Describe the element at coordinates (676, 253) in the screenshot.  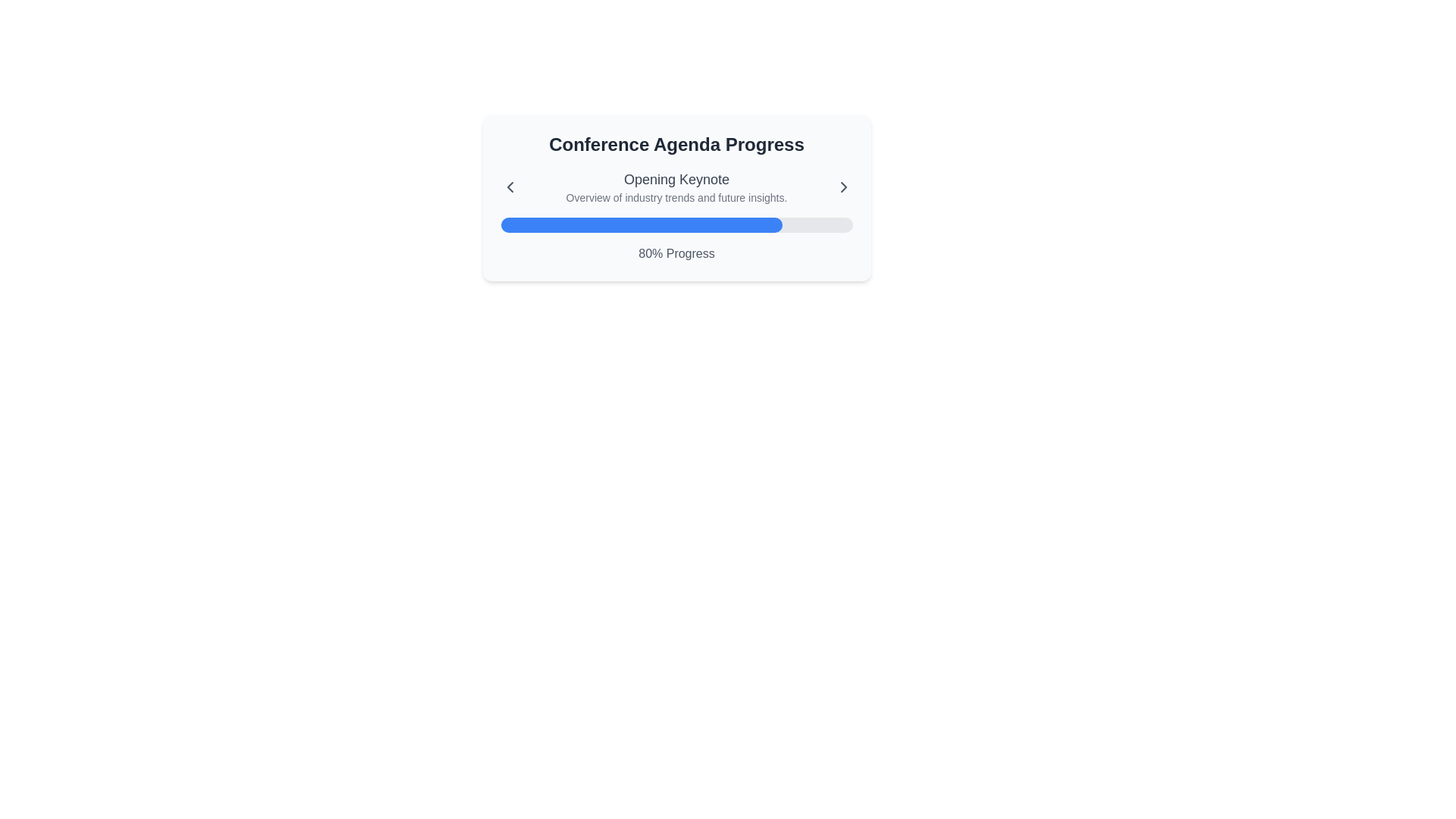
I see `the text label that displays the progress status of 80%` at that location.